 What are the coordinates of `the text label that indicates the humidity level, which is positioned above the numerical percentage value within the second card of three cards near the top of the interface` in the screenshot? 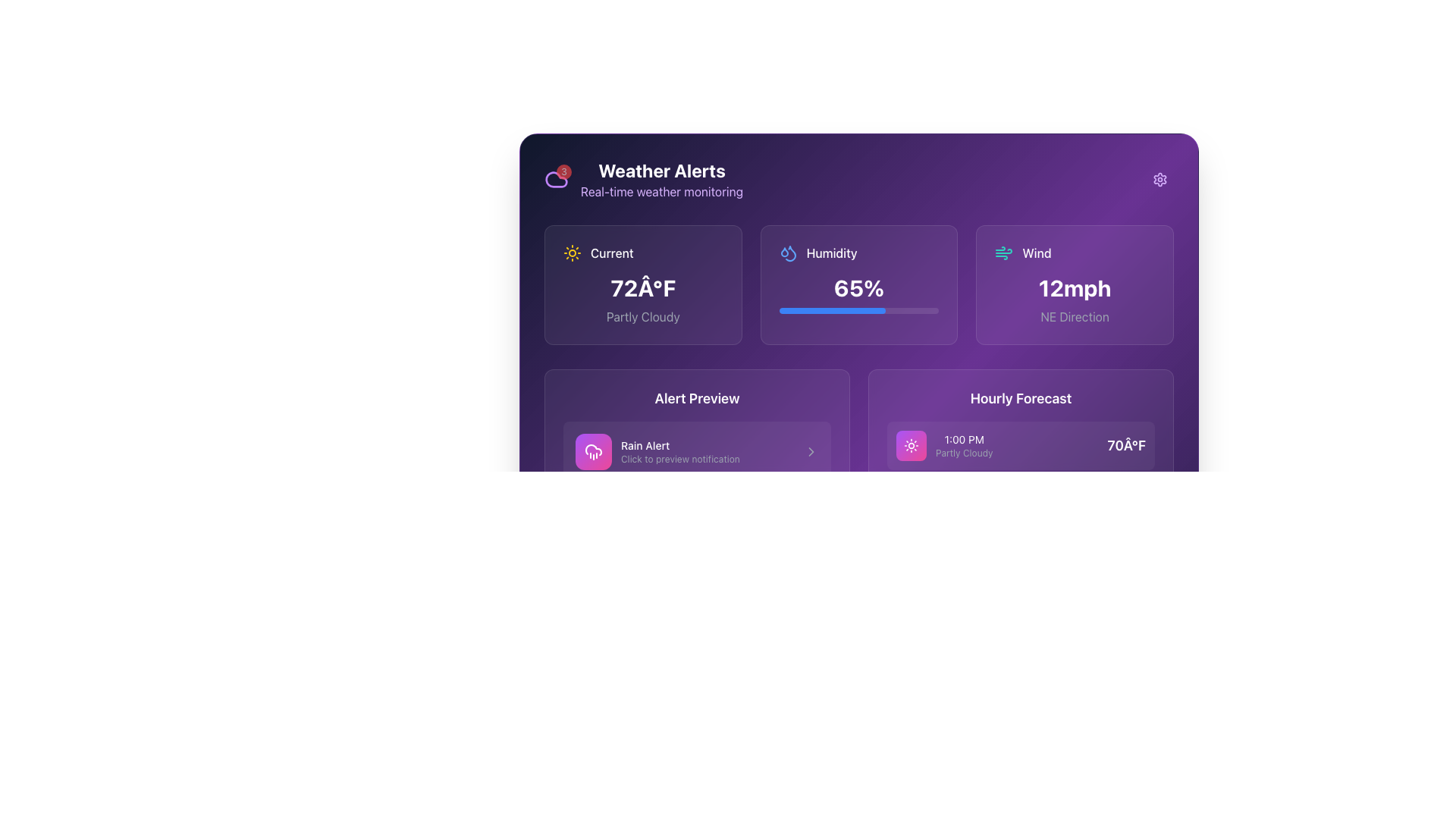 It's located at (831, 253).